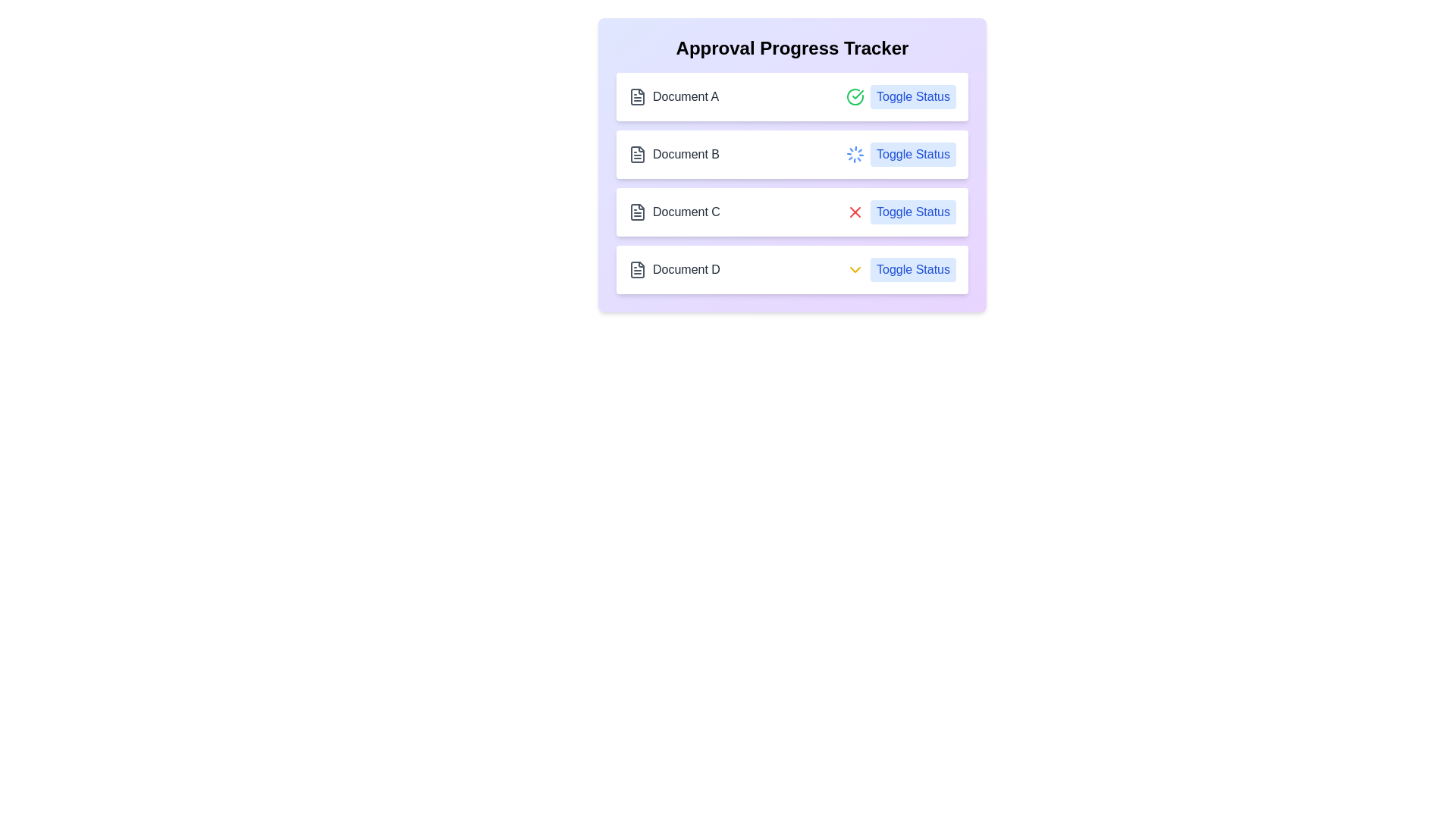  What do you see at coordinates (686, 155) in the screenshot?
I see `the text label 'Document B' which is the second item in the 'Approval Progress Tracker' list, aligned to the left and colored in dark gray` at bounding box center [686, 155].